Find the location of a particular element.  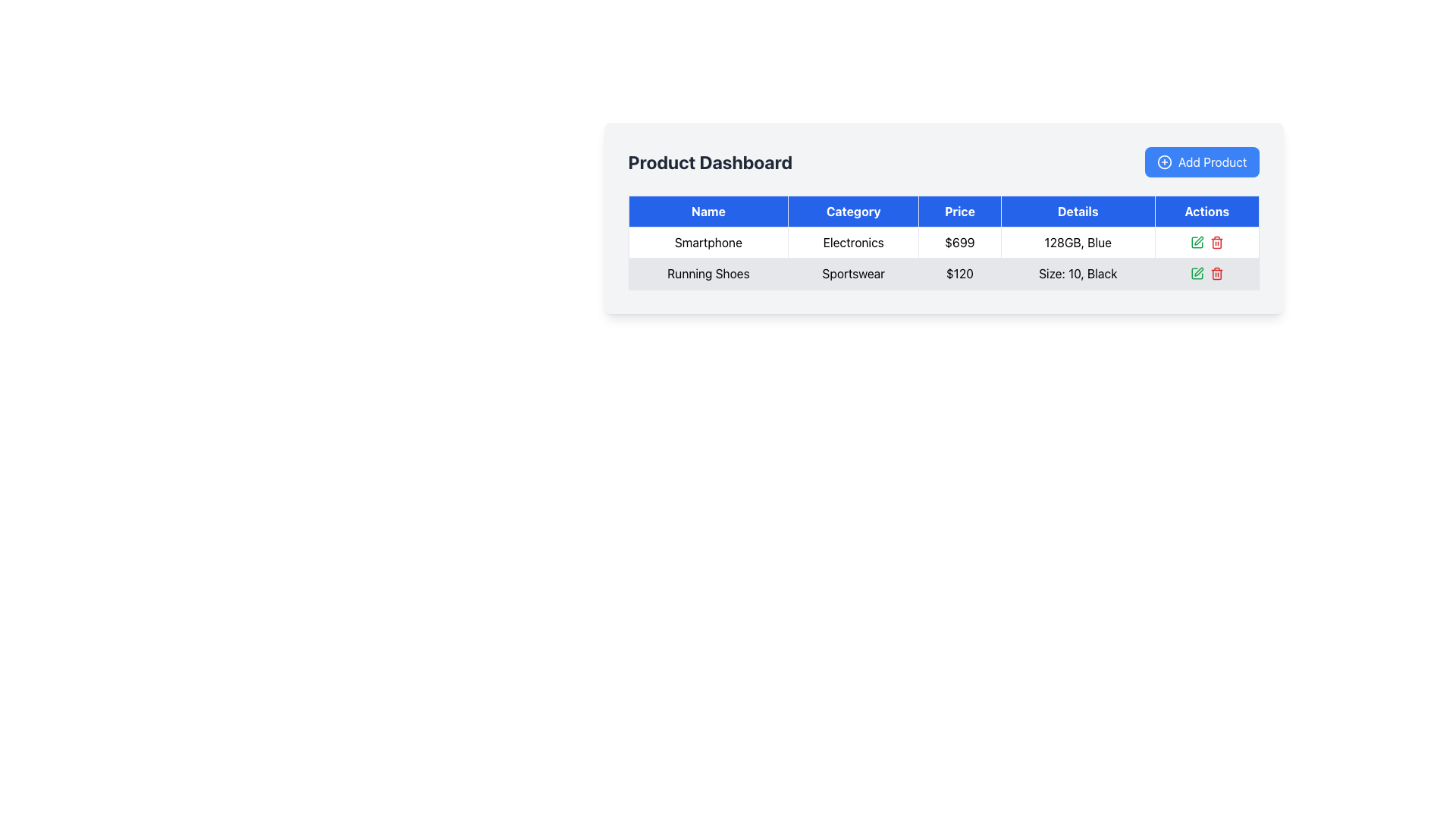

the red trash can icon located in the first row of the actions column of the table is located at coordinates (1216, 242).